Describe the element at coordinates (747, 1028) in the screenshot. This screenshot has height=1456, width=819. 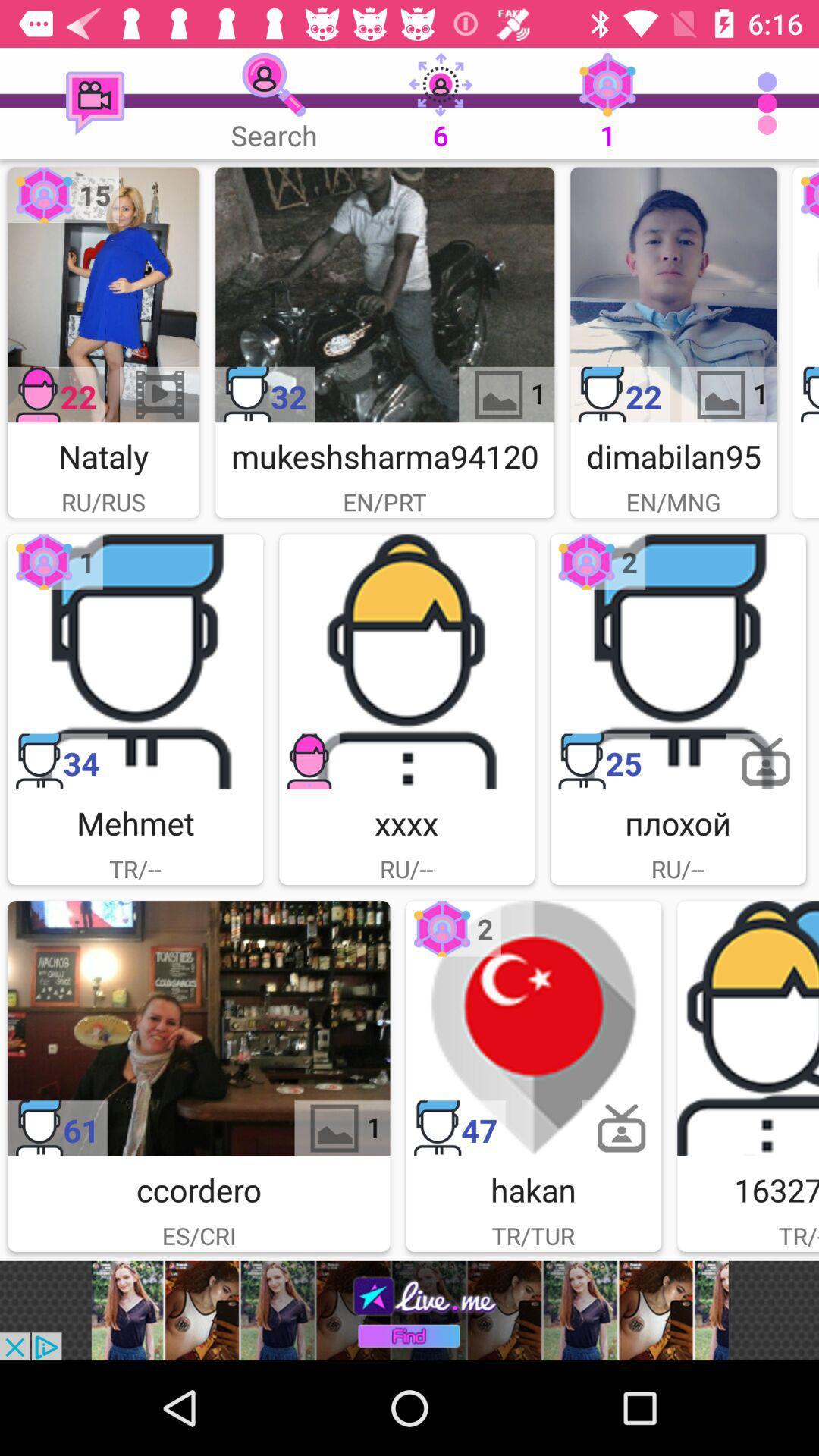
I see `tap to obtain profile information` at that location.